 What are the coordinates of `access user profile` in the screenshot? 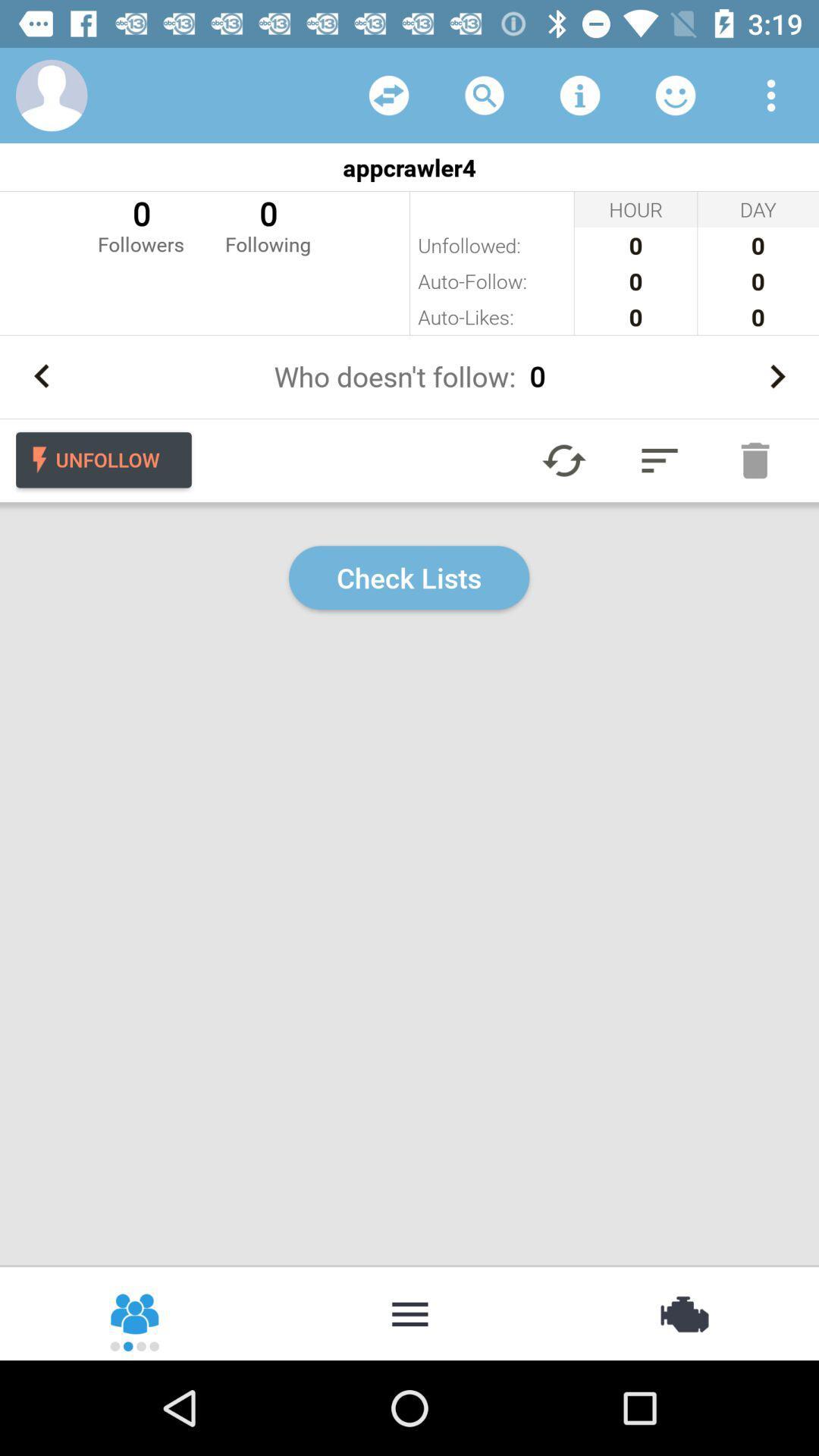 It's located at (51, 94).